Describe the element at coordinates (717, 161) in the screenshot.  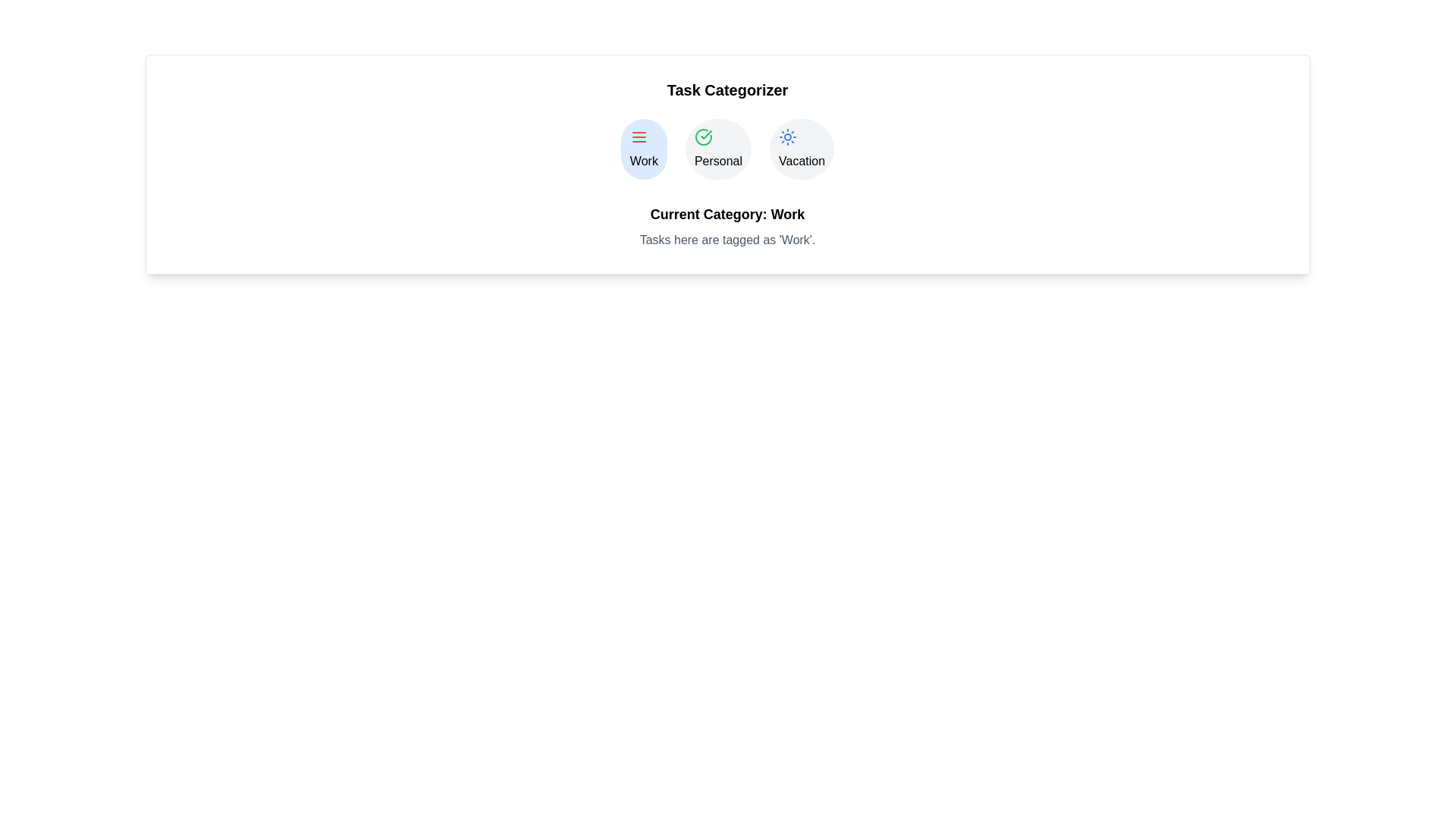
I see `the 'Personal' category text label, which is located in the middle of the interface under a green checkmark icon inside a circular gray background` at that location.